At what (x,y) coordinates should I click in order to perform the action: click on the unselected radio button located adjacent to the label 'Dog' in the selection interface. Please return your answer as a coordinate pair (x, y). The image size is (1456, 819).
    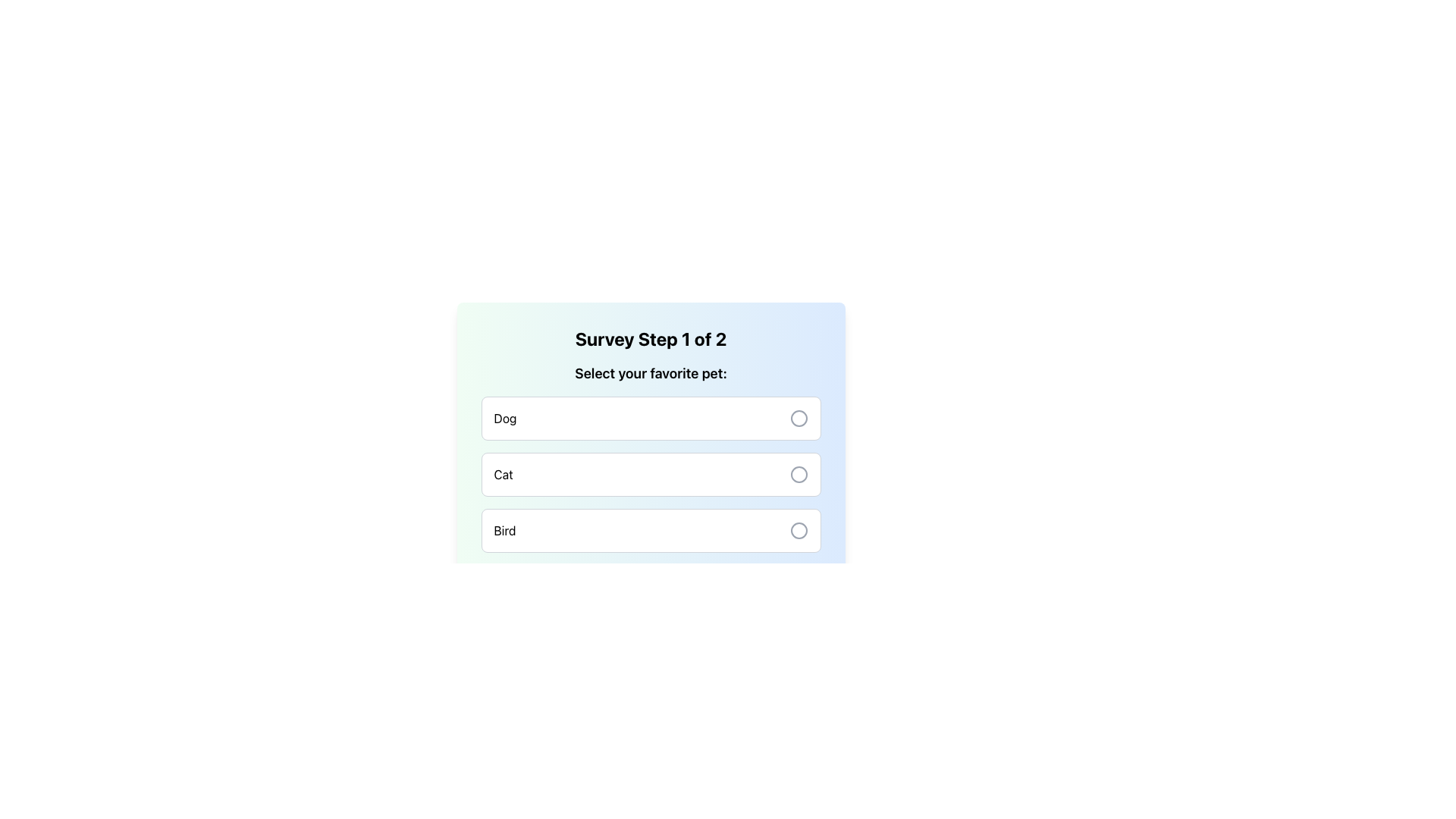
    Looking at the image, I should click on (798, 418).